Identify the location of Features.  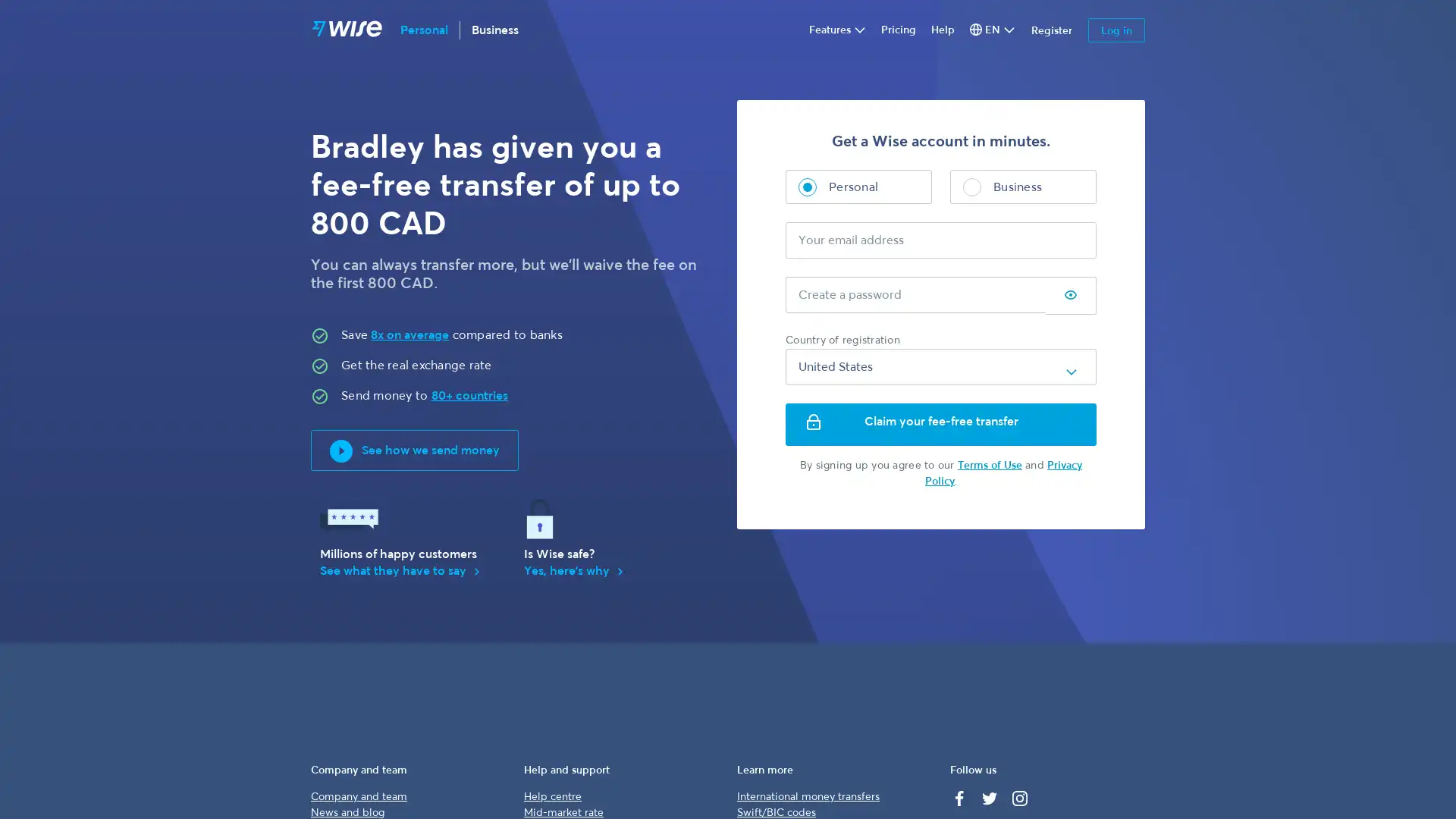
(836, 30).